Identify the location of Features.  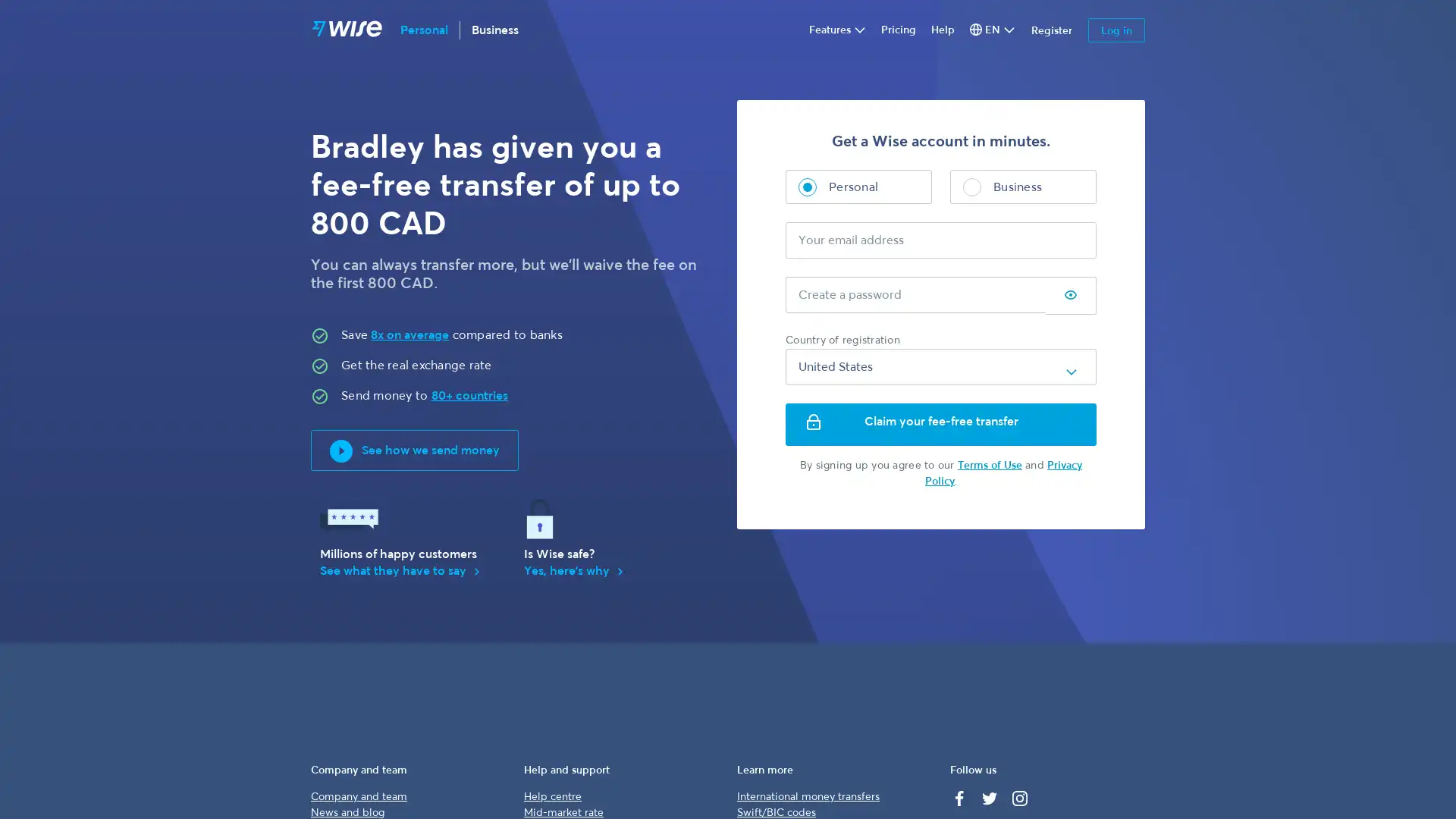
(836, 30).